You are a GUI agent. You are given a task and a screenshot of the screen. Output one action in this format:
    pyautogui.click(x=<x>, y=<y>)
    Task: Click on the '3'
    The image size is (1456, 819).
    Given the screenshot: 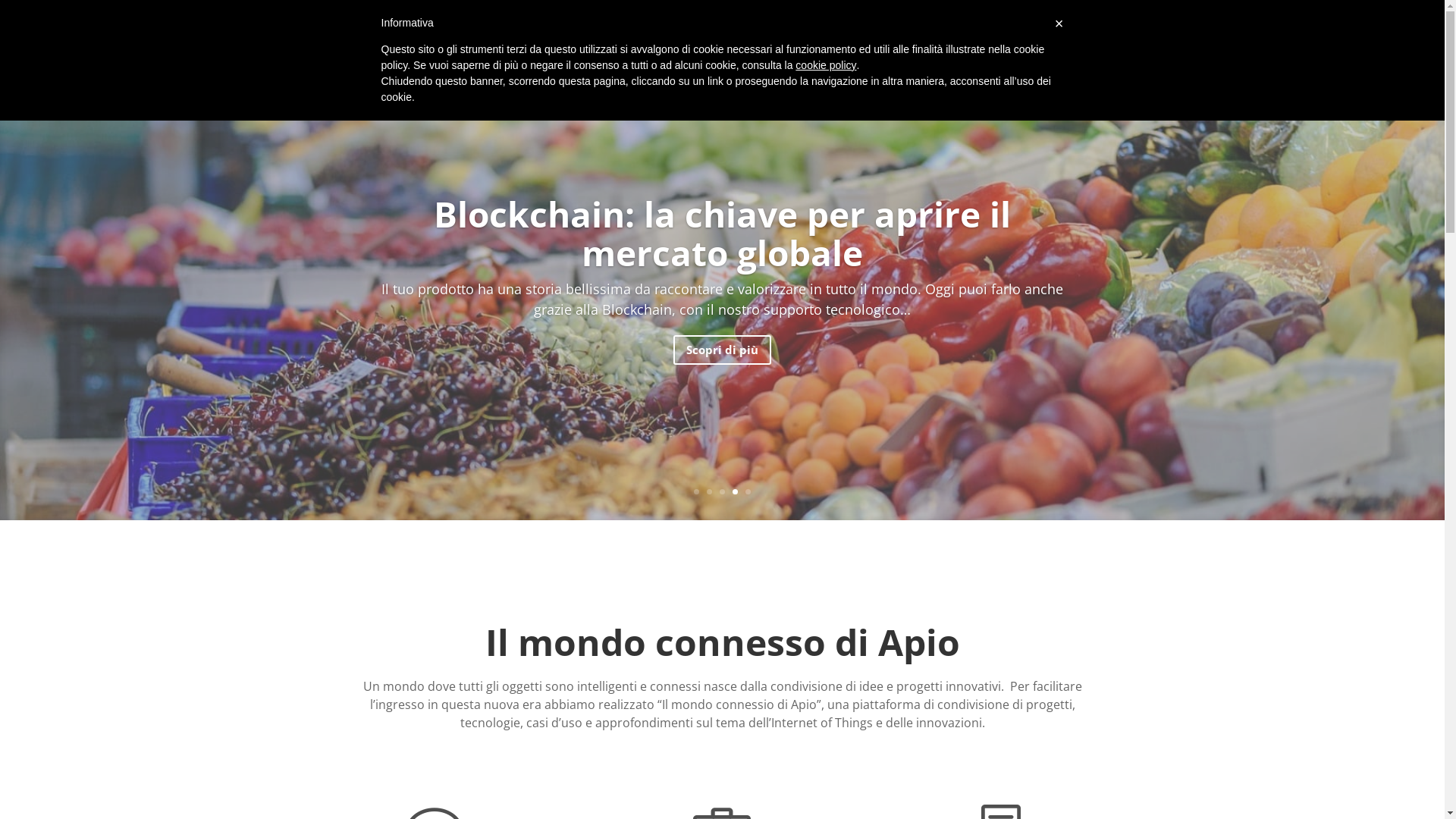 What is the action you would take?
    pyautogui.click(x=719, y=491)
    